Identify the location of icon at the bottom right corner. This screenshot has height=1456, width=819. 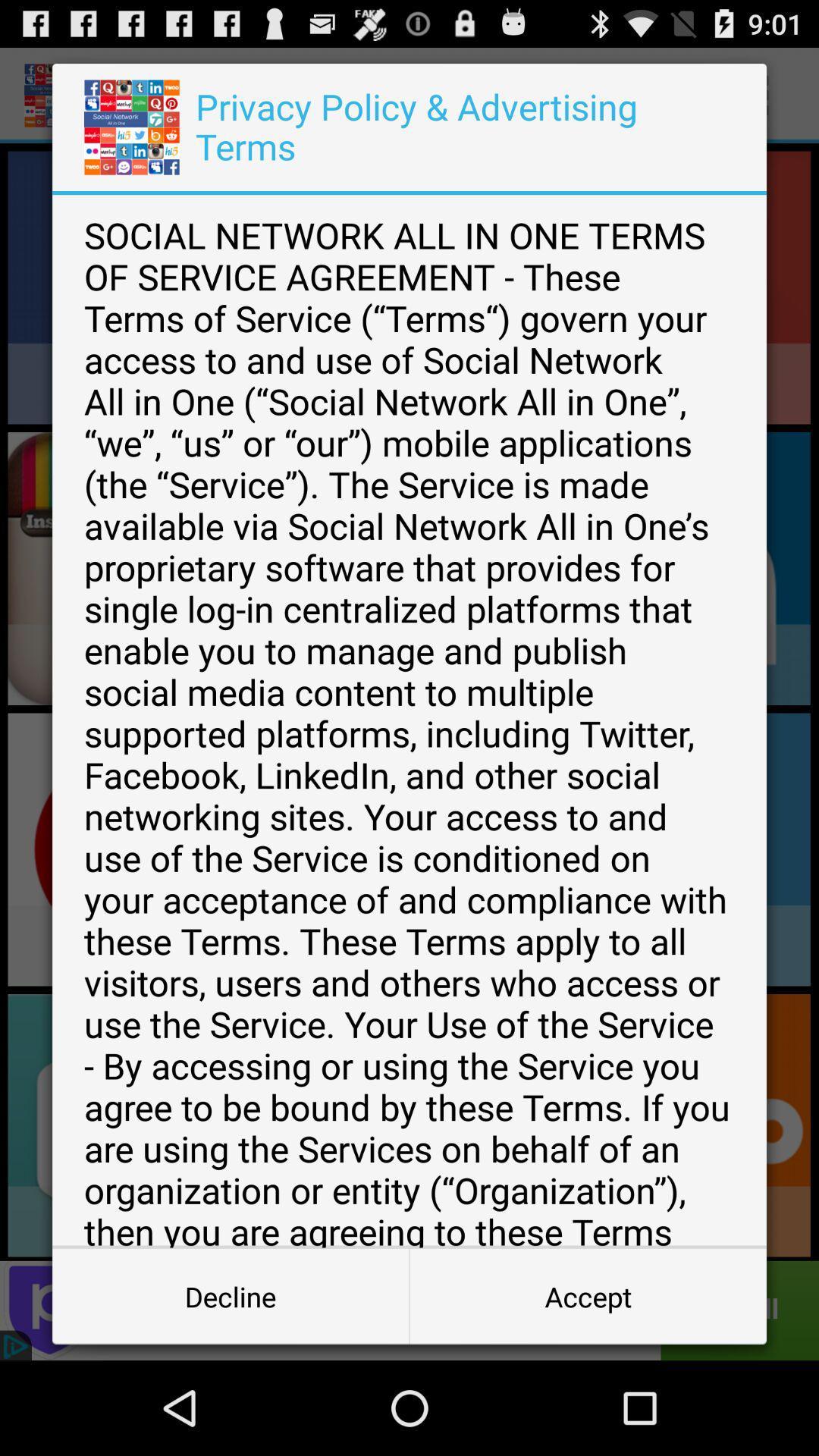
(587, 1295).